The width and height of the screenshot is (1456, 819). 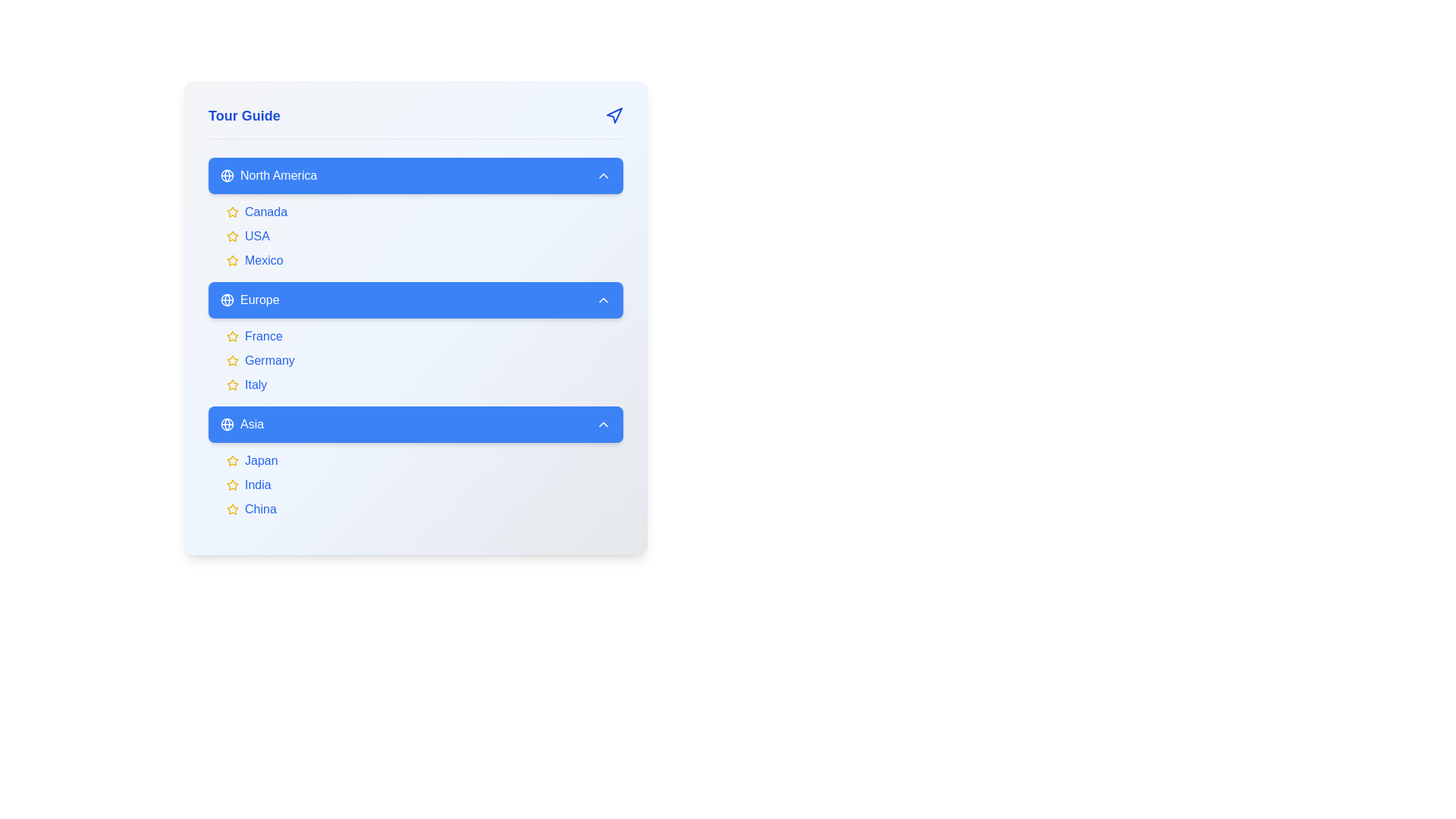 What do you see at coordinates (416, 461) in the screenshot?
I see `each listed item ('Japan', 'India', 'China') under the 'Asia' collapsible section in the Tour Guide sidebar` at bounding box center [416, 461].